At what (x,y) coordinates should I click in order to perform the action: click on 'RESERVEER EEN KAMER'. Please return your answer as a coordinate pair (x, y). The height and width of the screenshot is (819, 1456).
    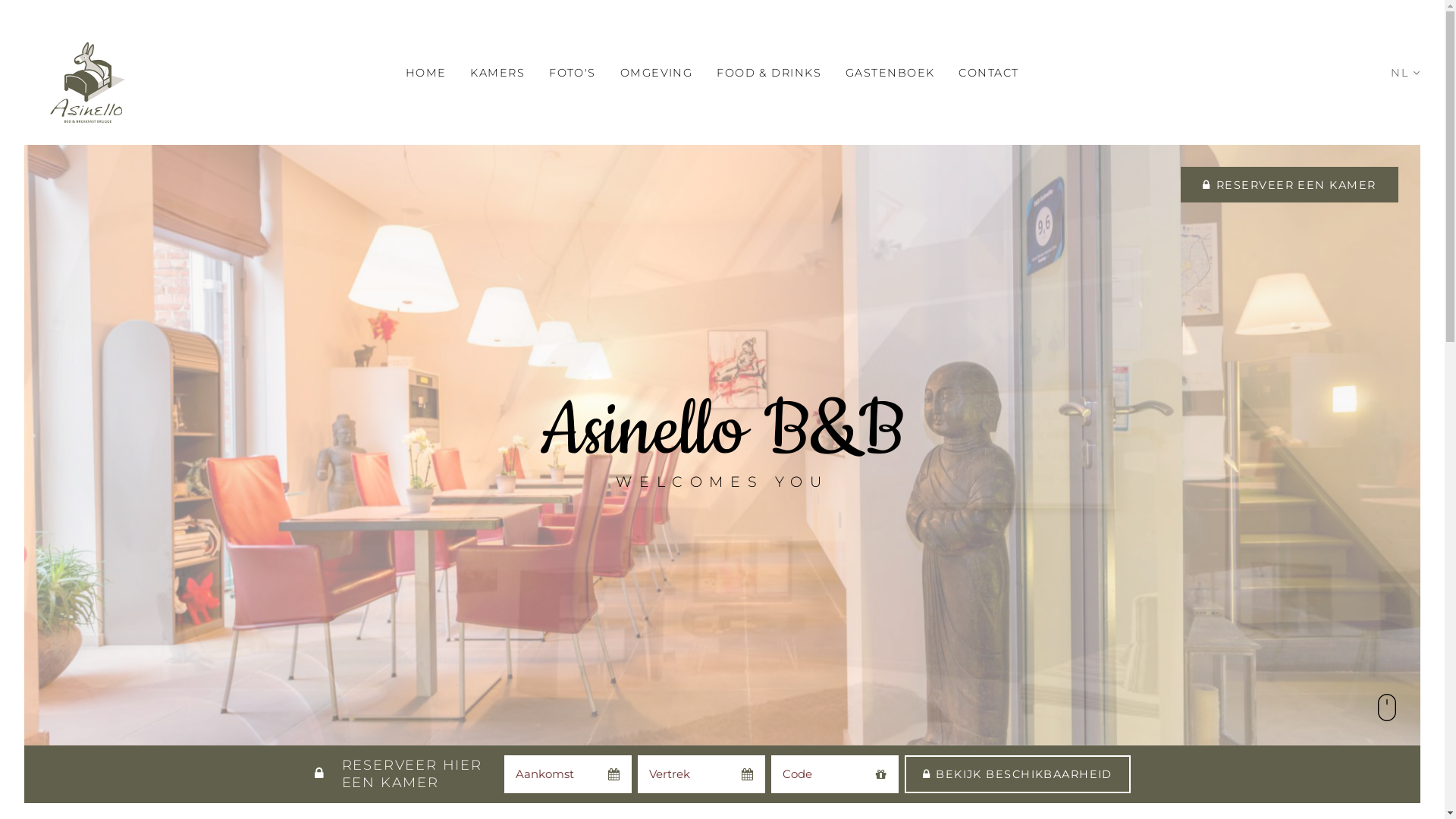
    Looking at the image, I should click on (1288, 184).